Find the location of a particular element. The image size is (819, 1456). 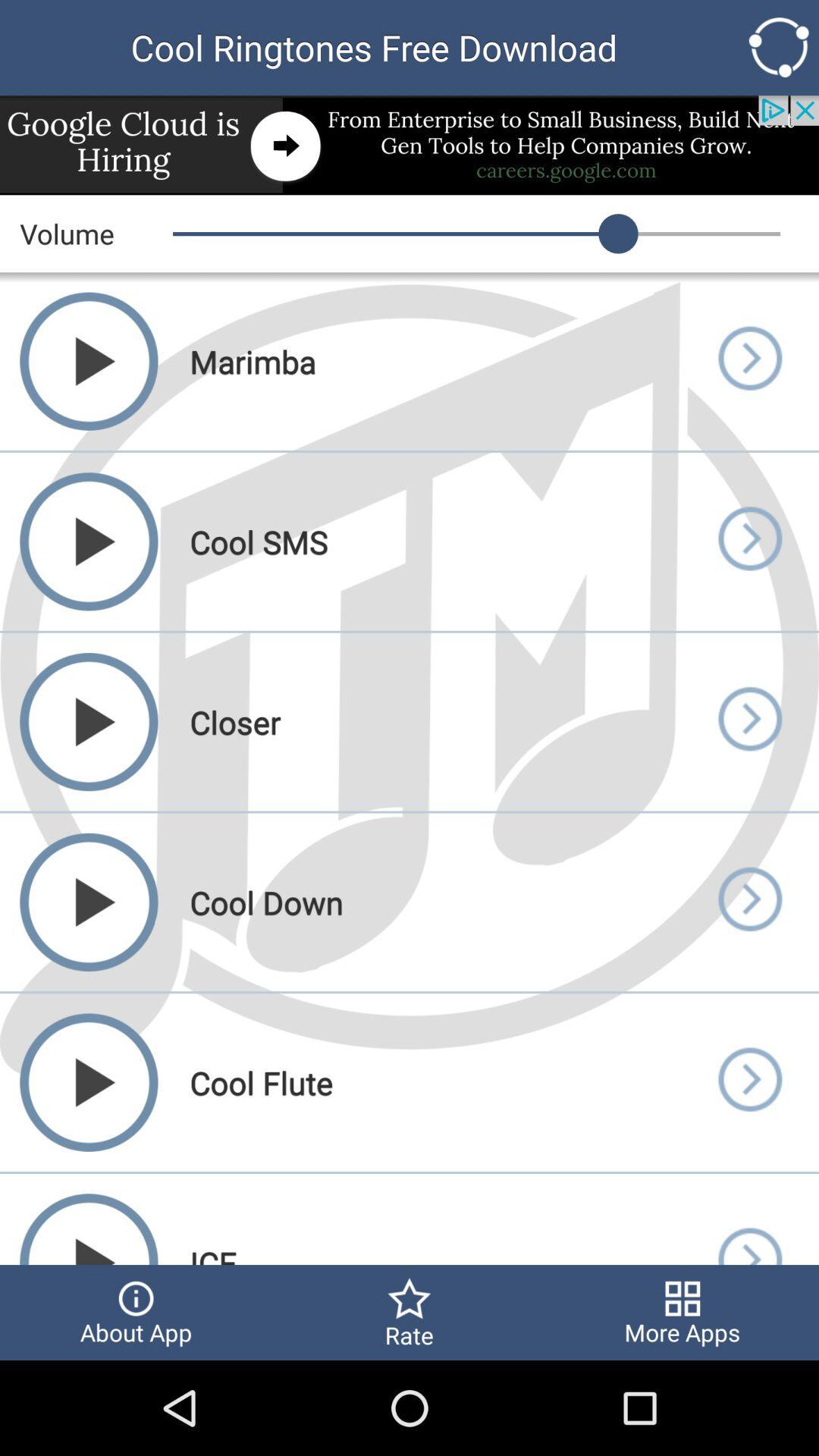

button is located at coordinates (748, 902).